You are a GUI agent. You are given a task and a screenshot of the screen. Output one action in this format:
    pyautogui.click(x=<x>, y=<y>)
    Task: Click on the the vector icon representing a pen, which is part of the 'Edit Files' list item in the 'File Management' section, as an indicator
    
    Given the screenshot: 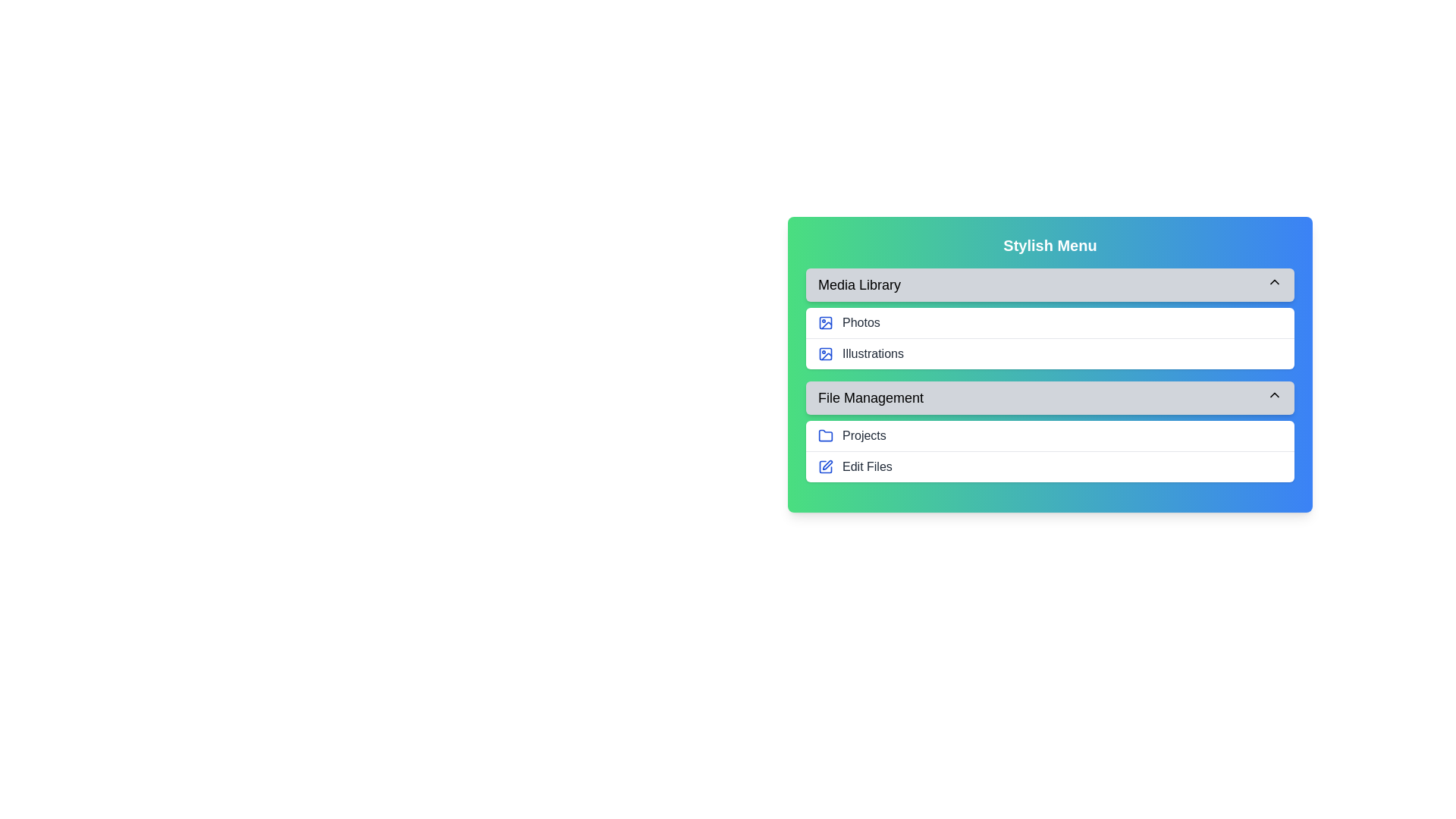 What is the action you would take?
    pyautogui.click(x=827, y=464)
    